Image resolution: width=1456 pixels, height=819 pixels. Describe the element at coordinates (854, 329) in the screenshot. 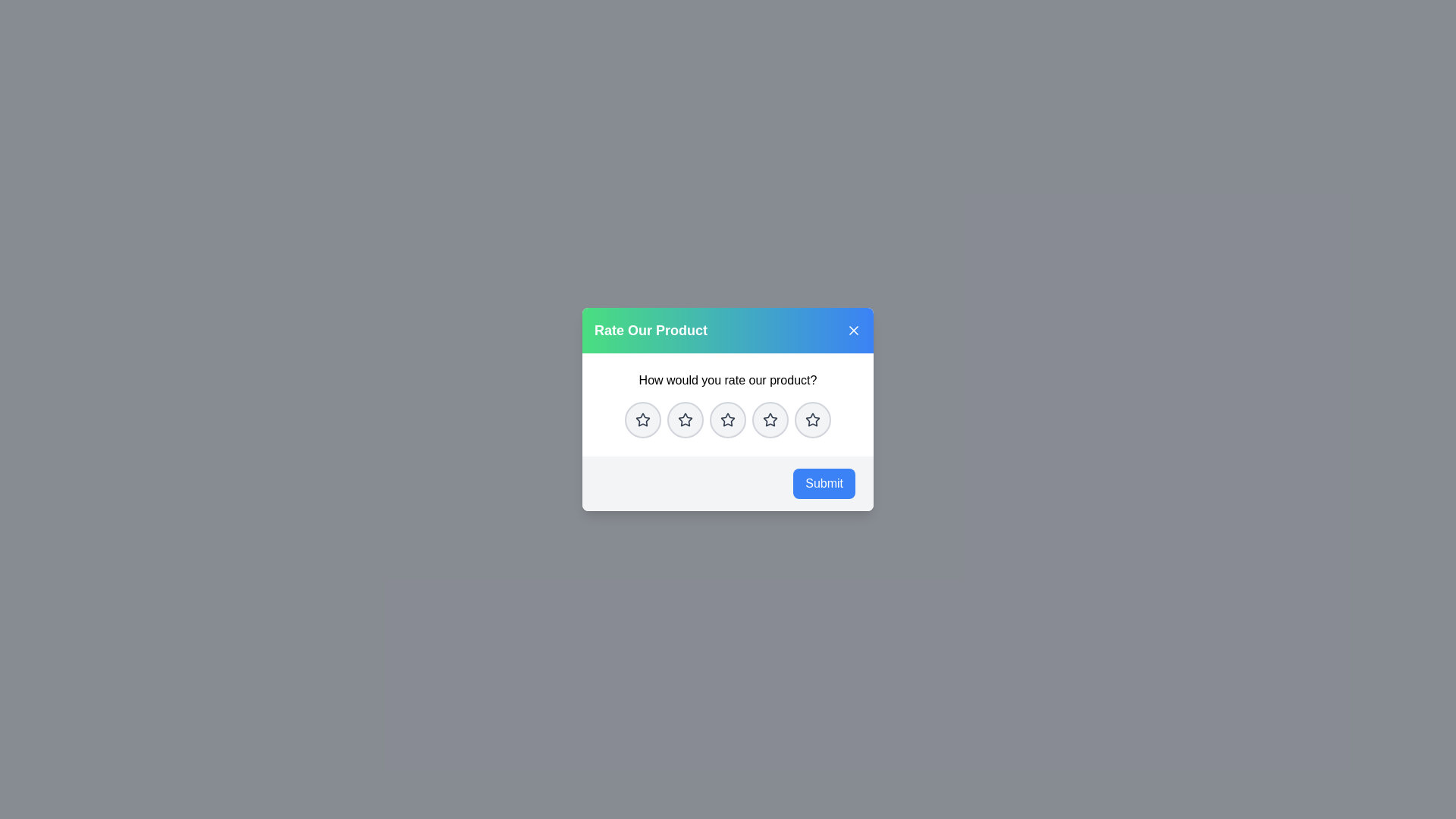

I see `close button in the top-right corner of the dialog` at that location.